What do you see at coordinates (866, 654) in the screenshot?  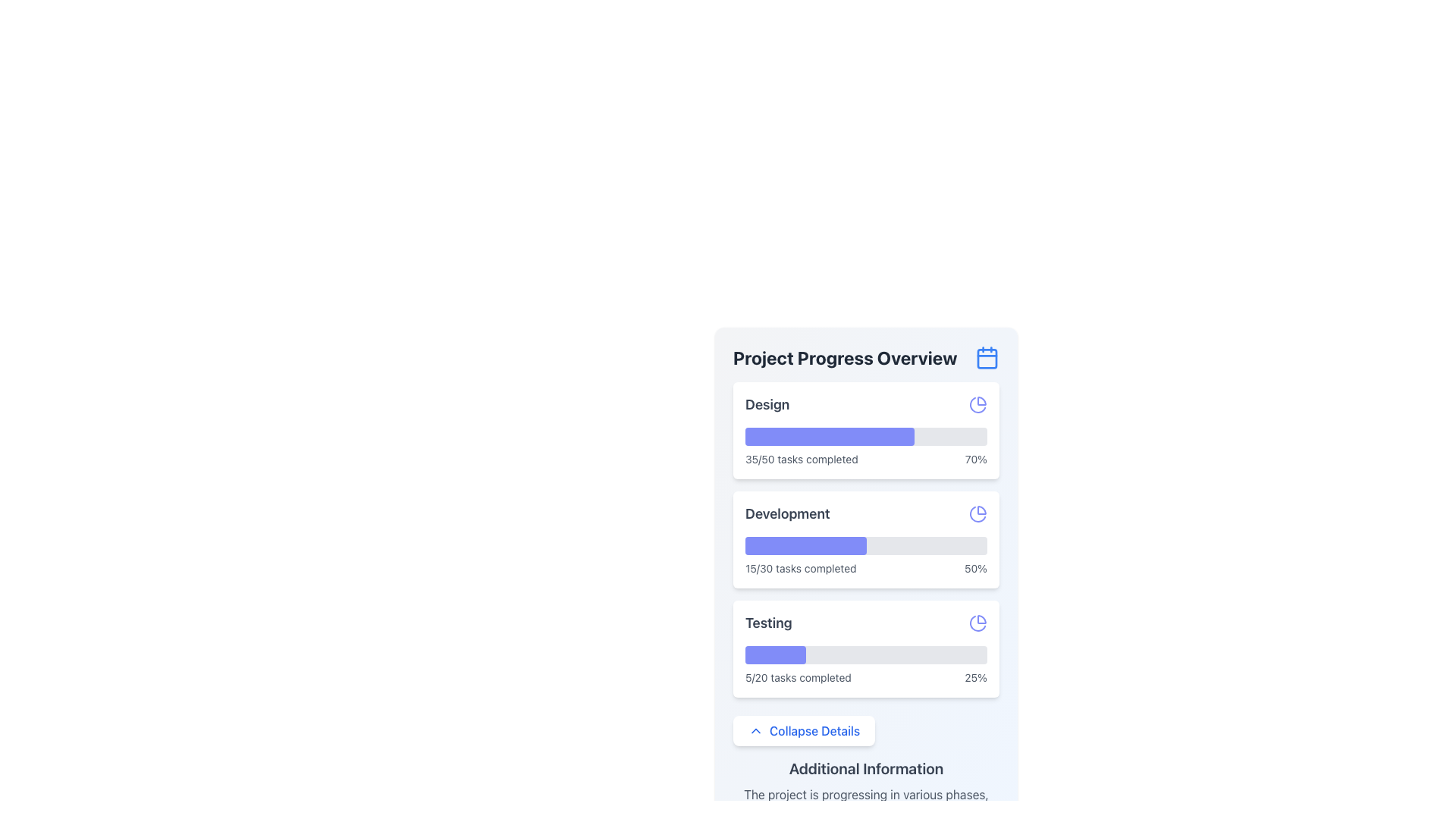 I see `the progress bar that visually represents 25% completion of tasks in the 'Testing' phase, located below the 'Testing' title and '5/20 tasks completed' subtitle` at bounding box center [866, 654].